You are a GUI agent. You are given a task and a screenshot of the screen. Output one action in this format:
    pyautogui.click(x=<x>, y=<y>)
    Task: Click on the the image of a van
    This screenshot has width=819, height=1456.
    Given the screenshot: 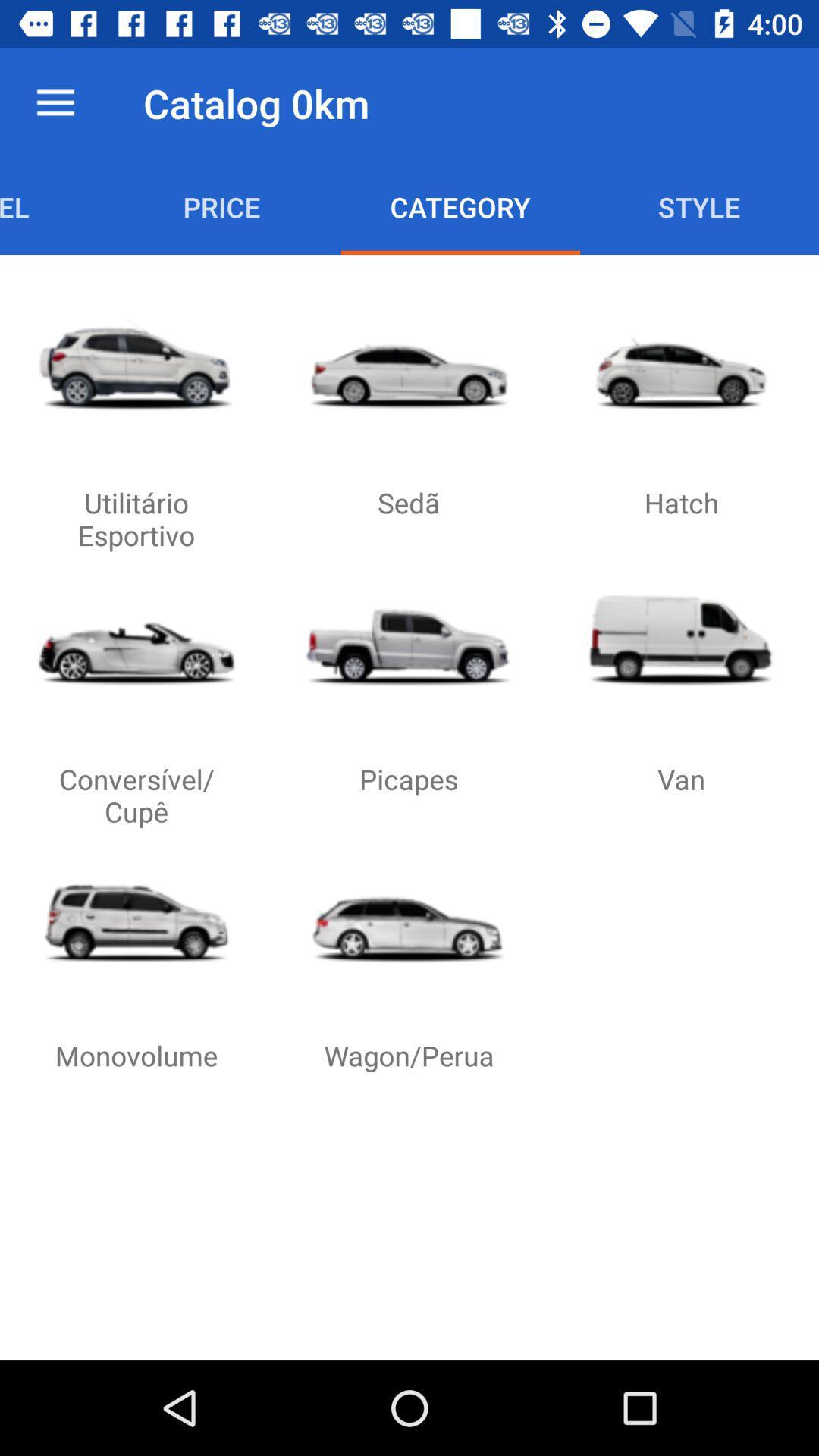 What is the action you would take?
    pyautogui.click(x=680, y=640)
    